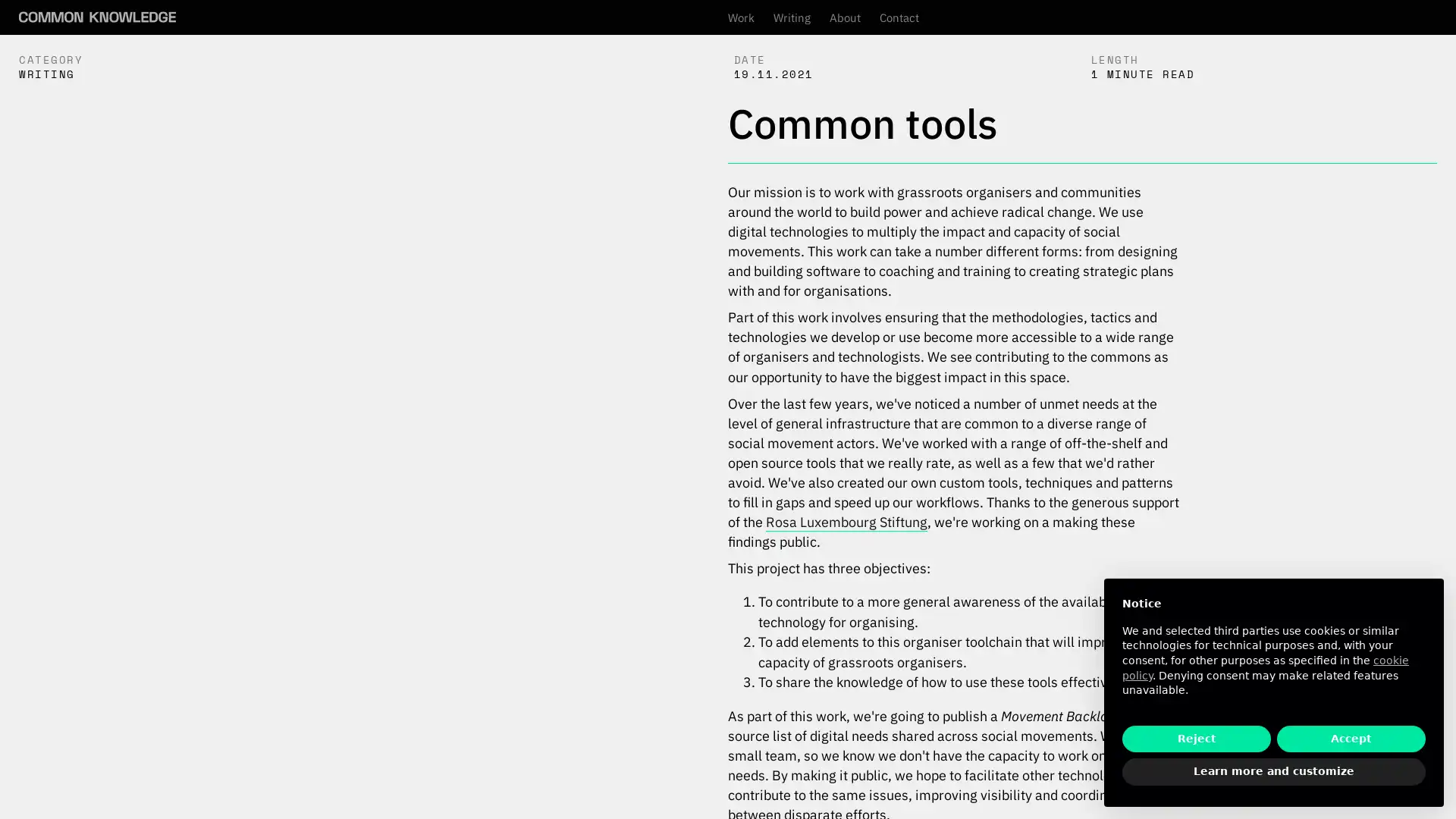 Image resolution: width=1456 pixels, height=819 pixels. What do you see at coordinates (1351, 738) in the screenshot?
I see `Accept` at bounding box center [1351, 738].